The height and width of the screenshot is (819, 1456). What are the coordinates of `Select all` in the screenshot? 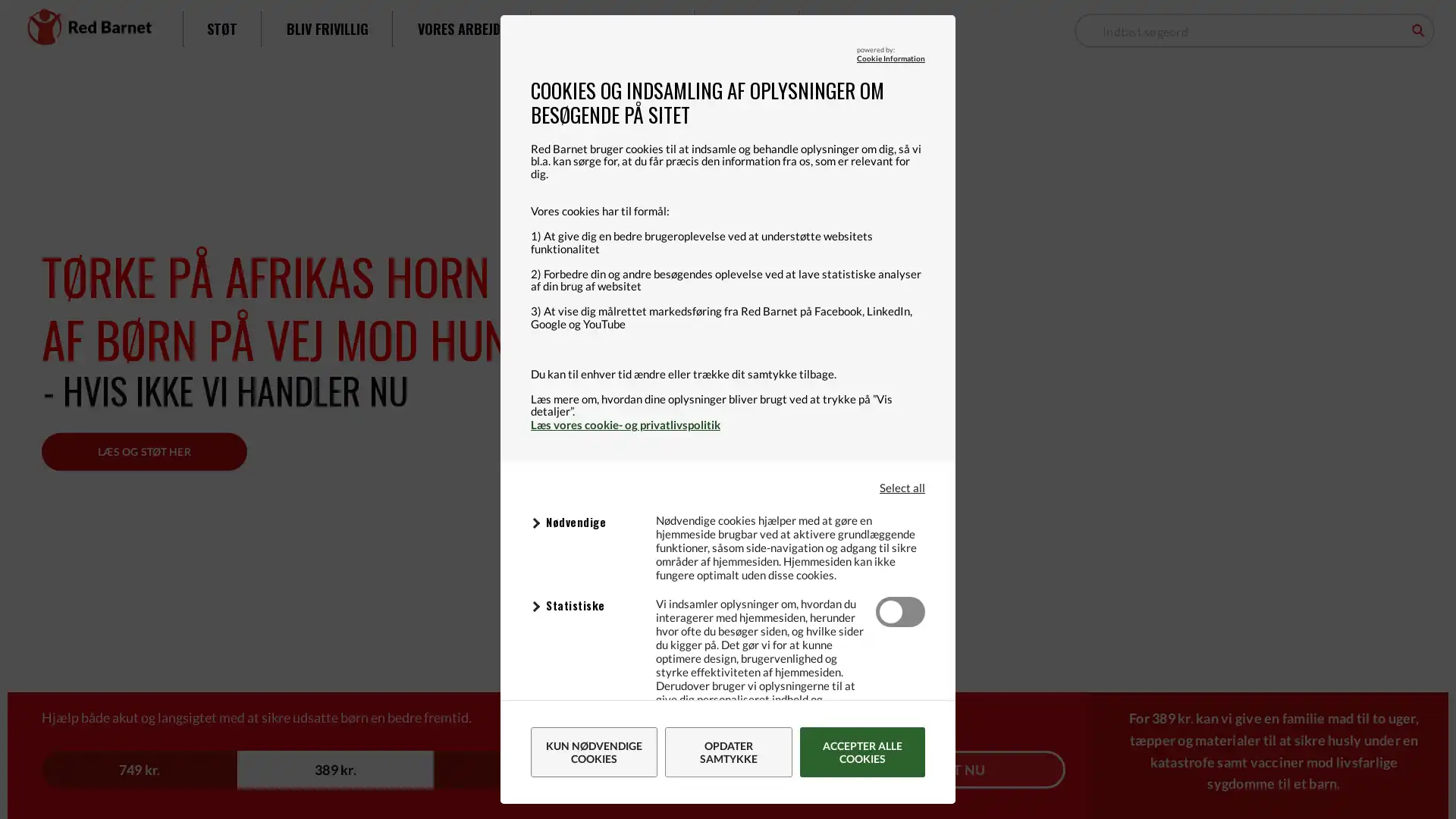 It's located at (902, 486).